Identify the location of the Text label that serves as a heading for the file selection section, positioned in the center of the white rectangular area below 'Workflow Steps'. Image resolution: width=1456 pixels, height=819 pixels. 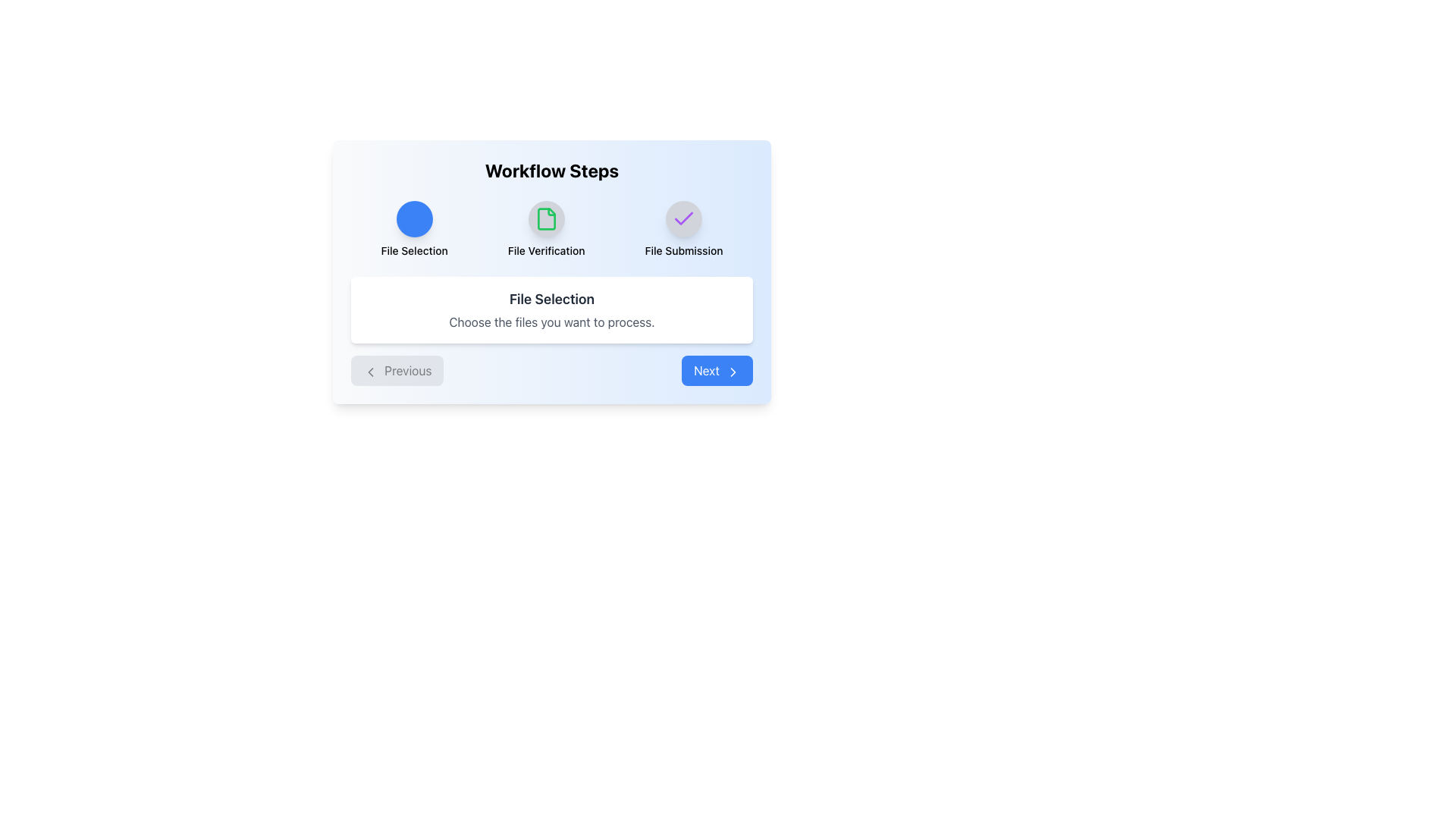
(551, 299).